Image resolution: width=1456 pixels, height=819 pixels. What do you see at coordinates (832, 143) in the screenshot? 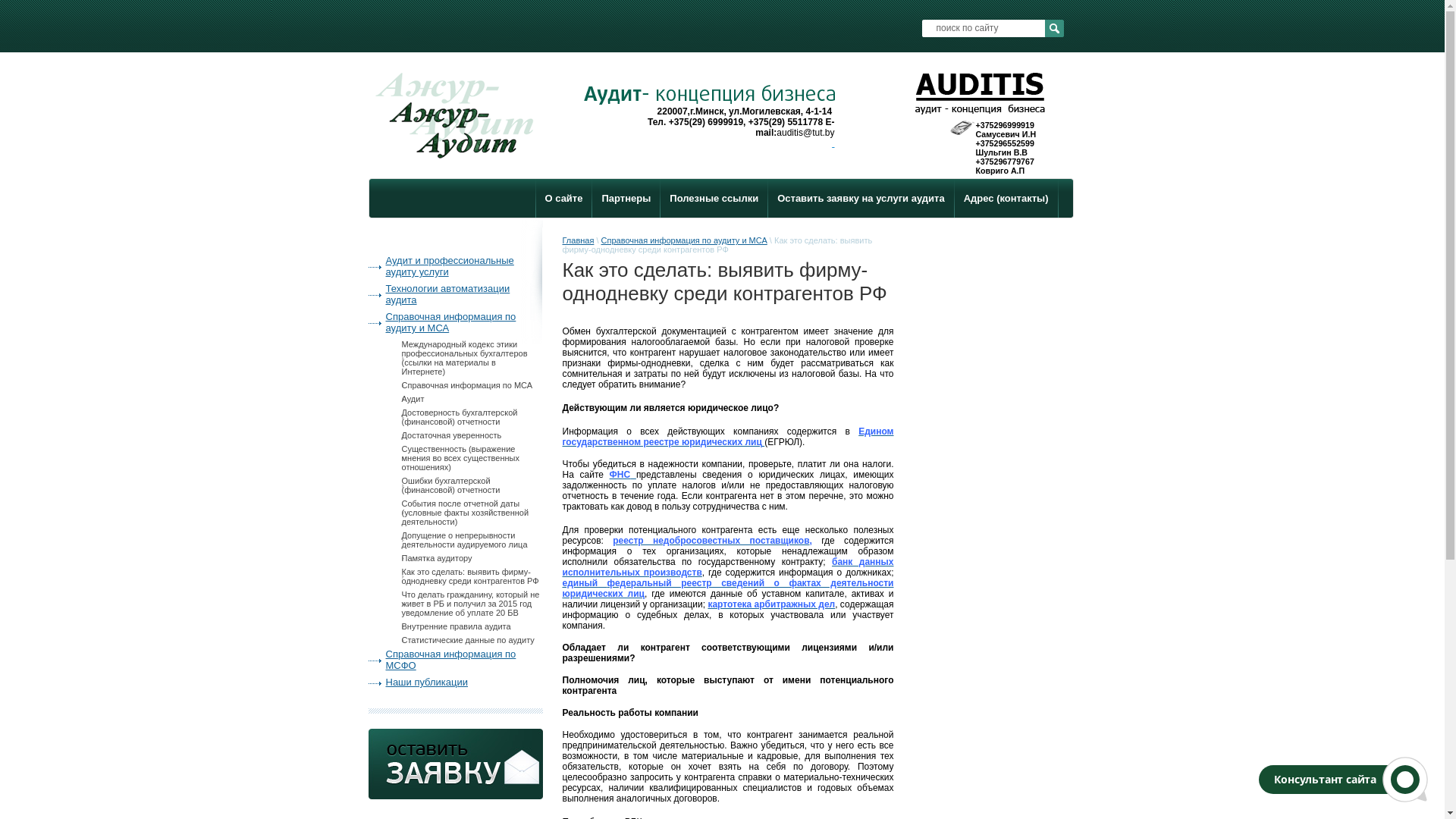
I see `' '` at bounding box center [832, 143].